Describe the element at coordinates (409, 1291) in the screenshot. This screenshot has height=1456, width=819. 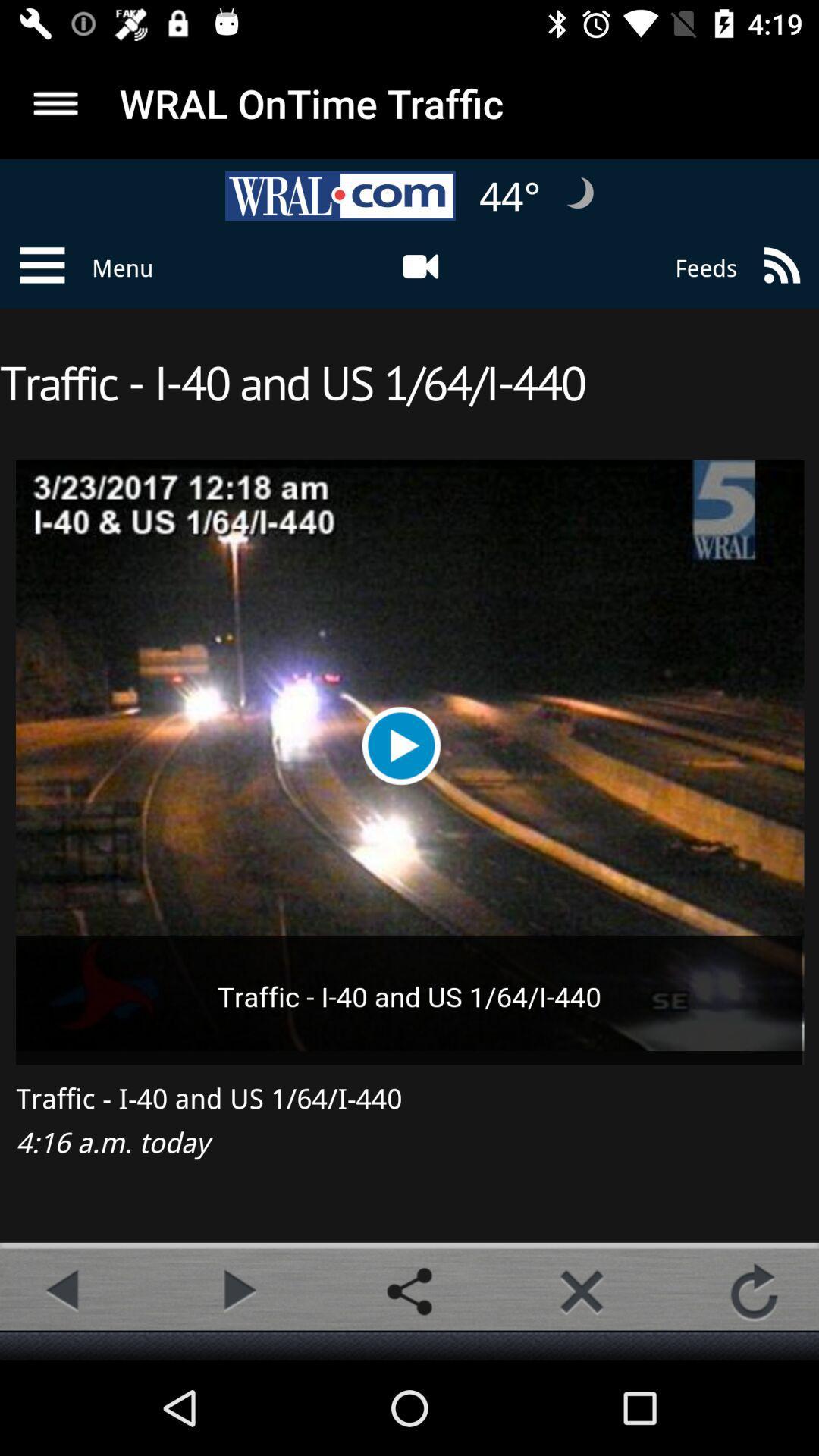
I see `share it` at that location.